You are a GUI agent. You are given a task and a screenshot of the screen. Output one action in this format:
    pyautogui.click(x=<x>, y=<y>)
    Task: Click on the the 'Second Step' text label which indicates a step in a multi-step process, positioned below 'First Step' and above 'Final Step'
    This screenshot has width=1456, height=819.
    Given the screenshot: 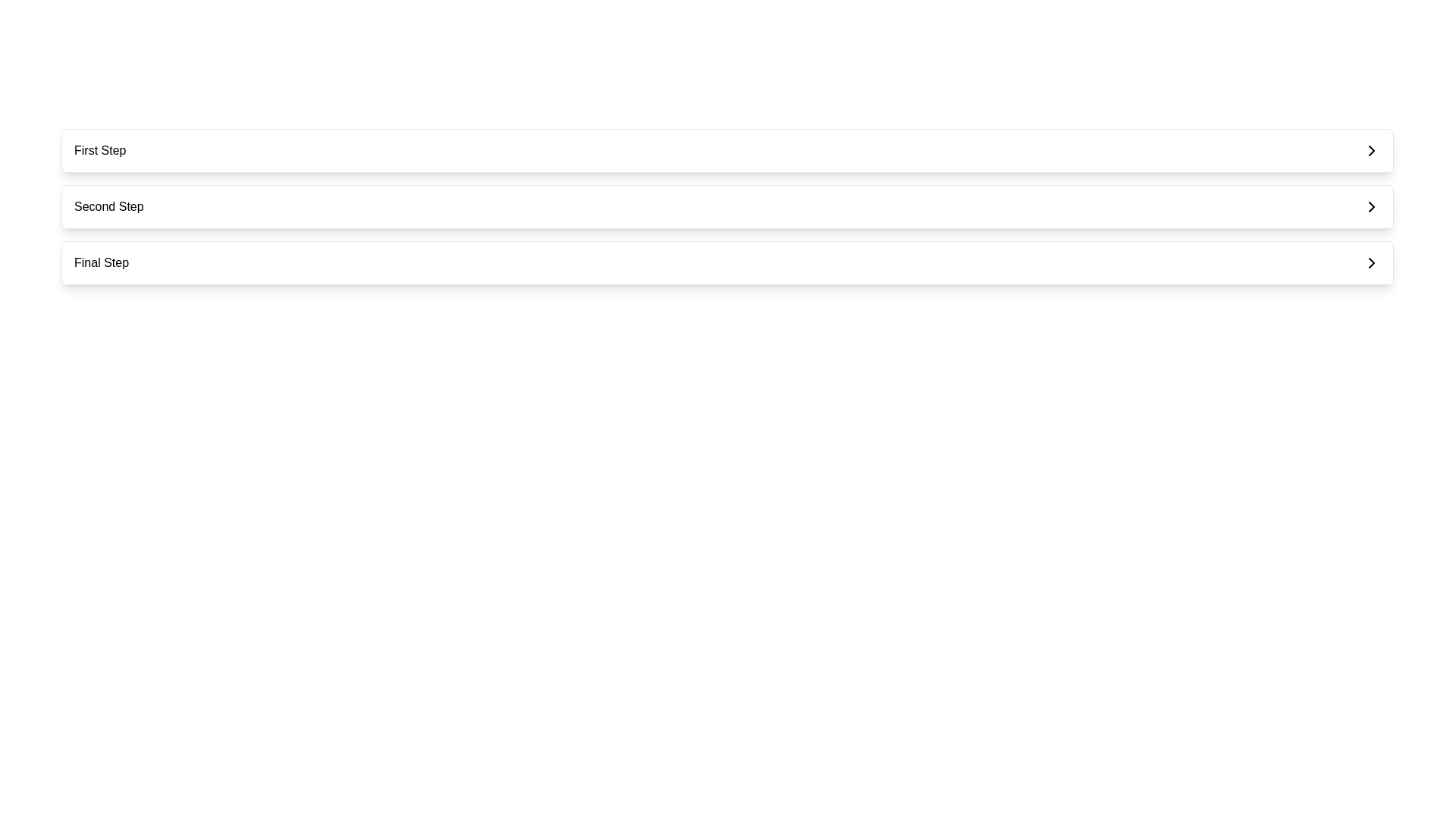 What is the action you would take?
    pyautogui.click(x=108, y=207)
    